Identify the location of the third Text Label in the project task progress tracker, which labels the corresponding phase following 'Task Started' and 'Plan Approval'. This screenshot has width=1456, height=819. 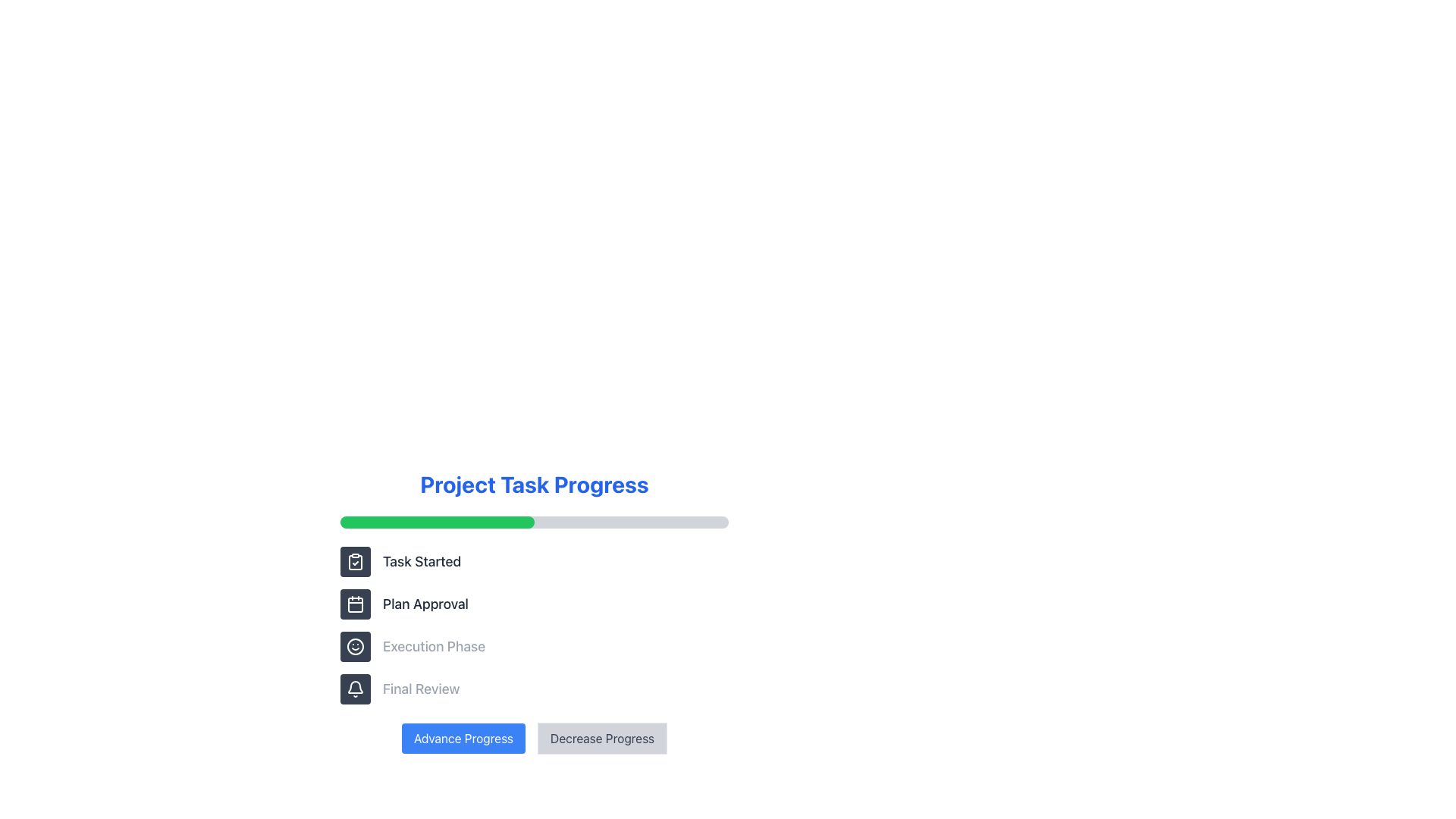
(433, 646).